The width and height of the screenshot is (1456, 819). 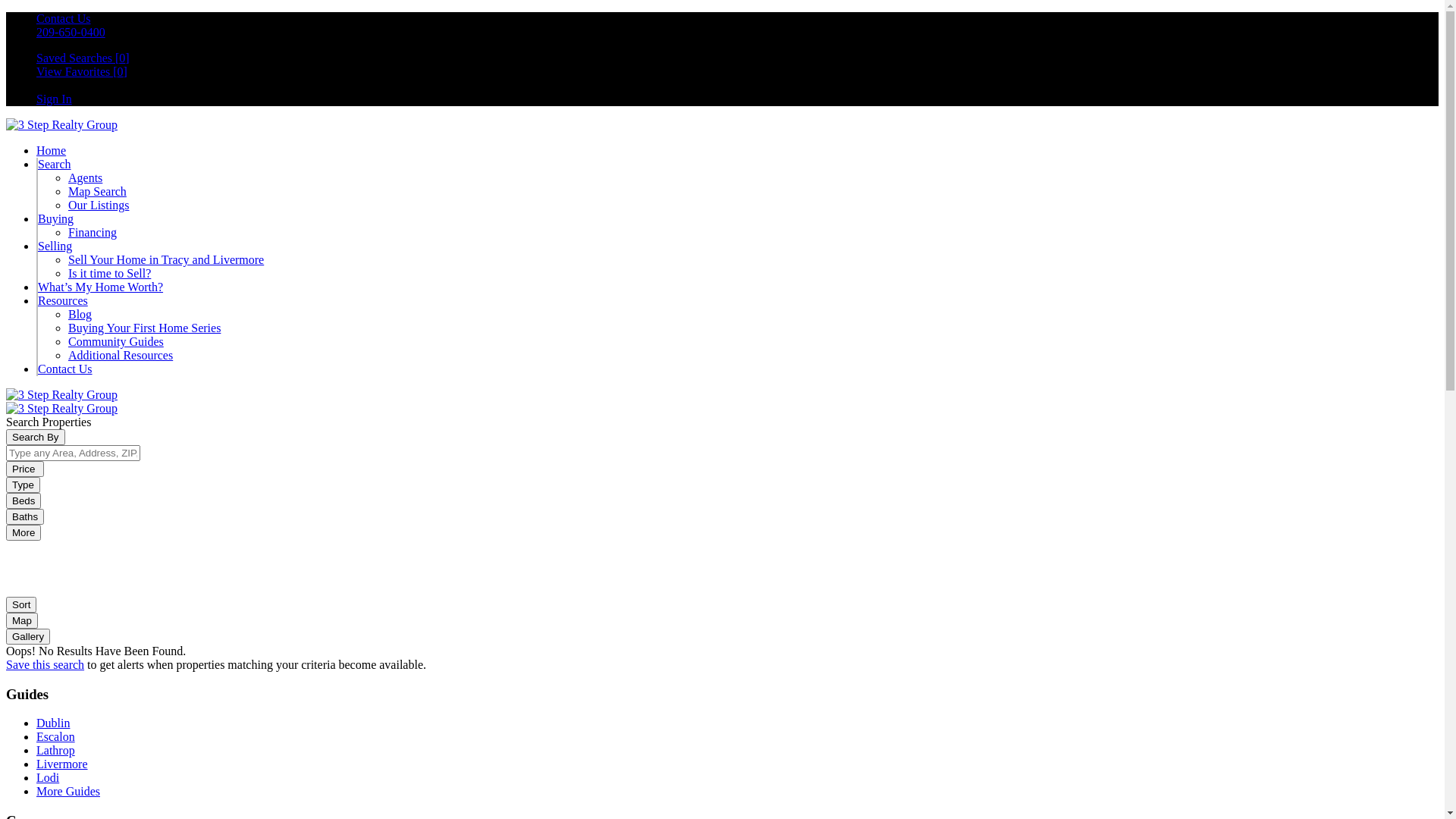 What do you see at coordinates (115, 341) in the screenshot?
I see `'Community Guides'` at bounding box center [115, 341].